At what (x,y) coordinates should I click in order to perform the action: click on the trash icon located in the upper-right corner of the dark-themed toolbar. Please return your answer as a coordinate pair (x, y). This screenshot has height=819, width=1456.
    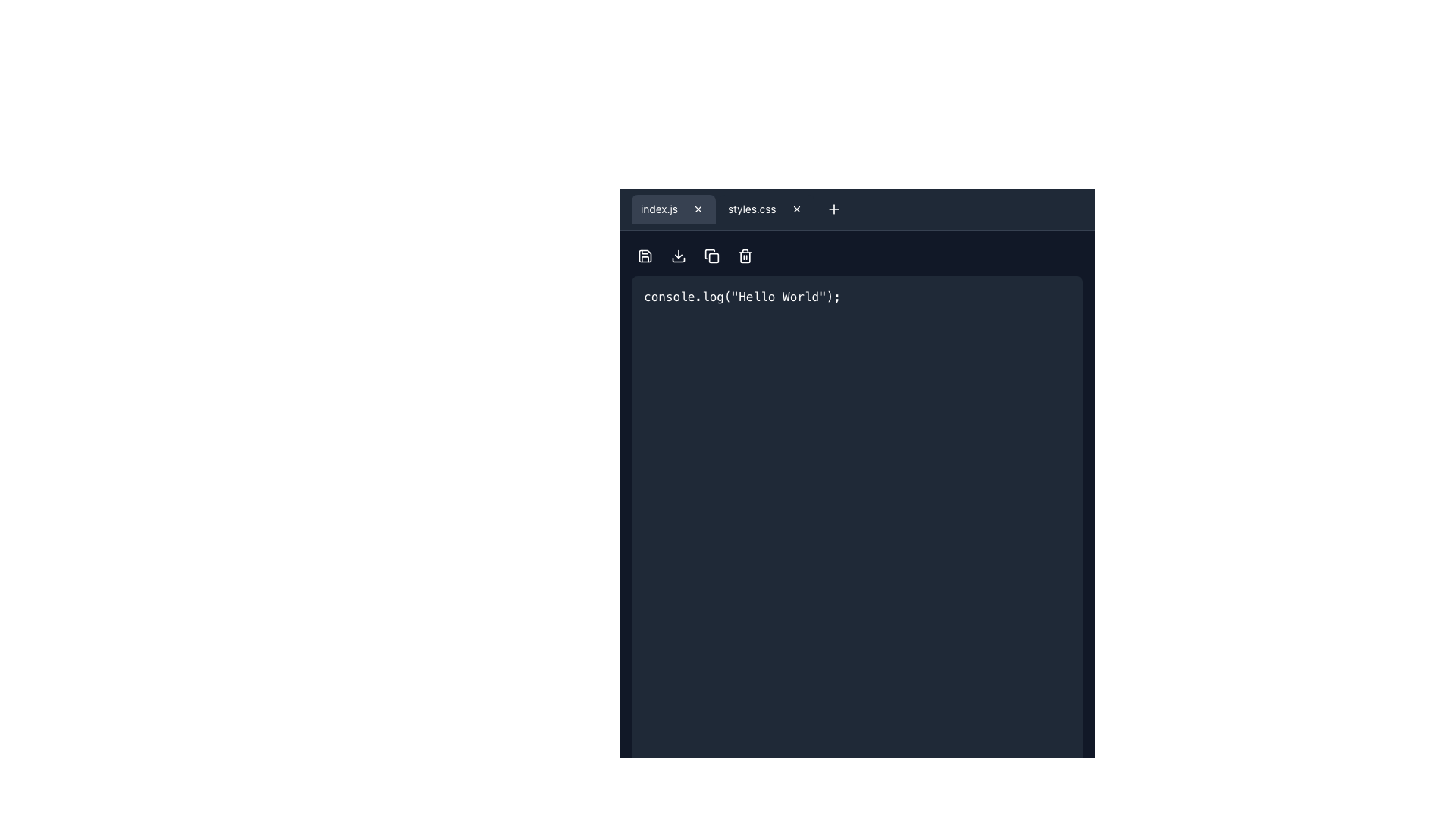
    Looking at the image, I should click on (745, 256).